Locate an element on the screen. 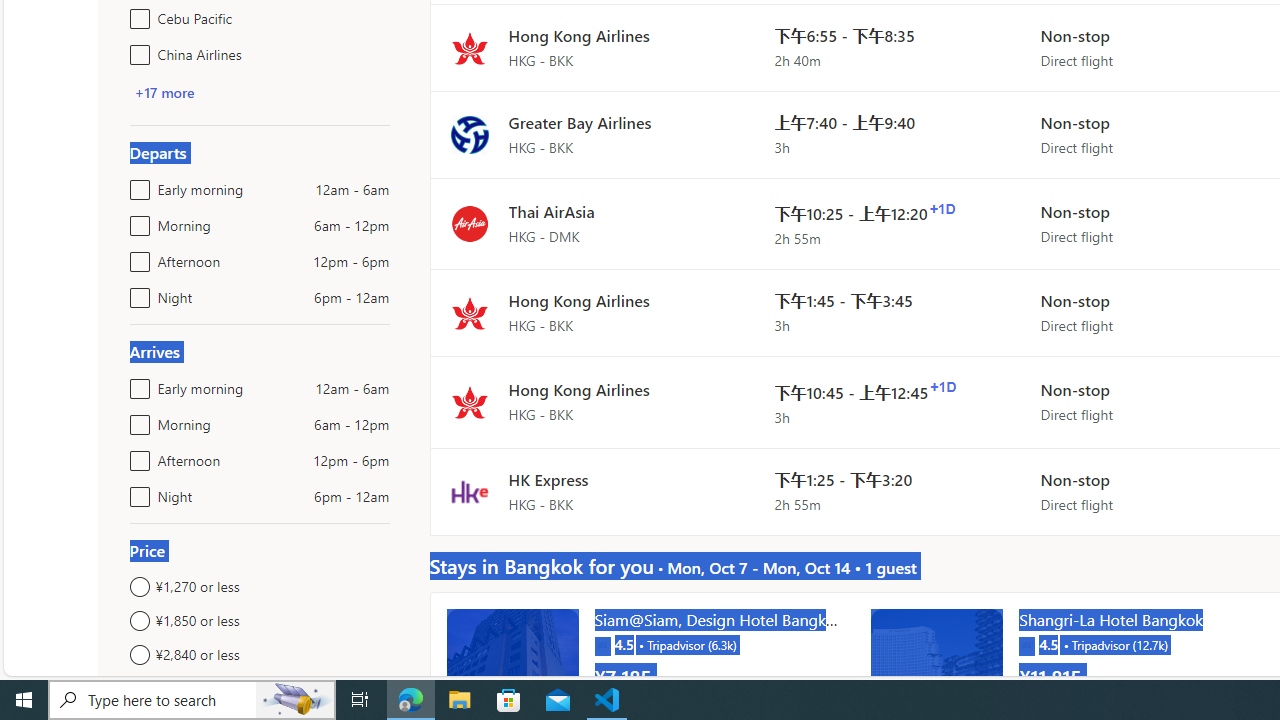 Image resolution: width=1280 pixels, height=720 pixels. 'Cebu Pacific' is located at coordinates (135, 15).